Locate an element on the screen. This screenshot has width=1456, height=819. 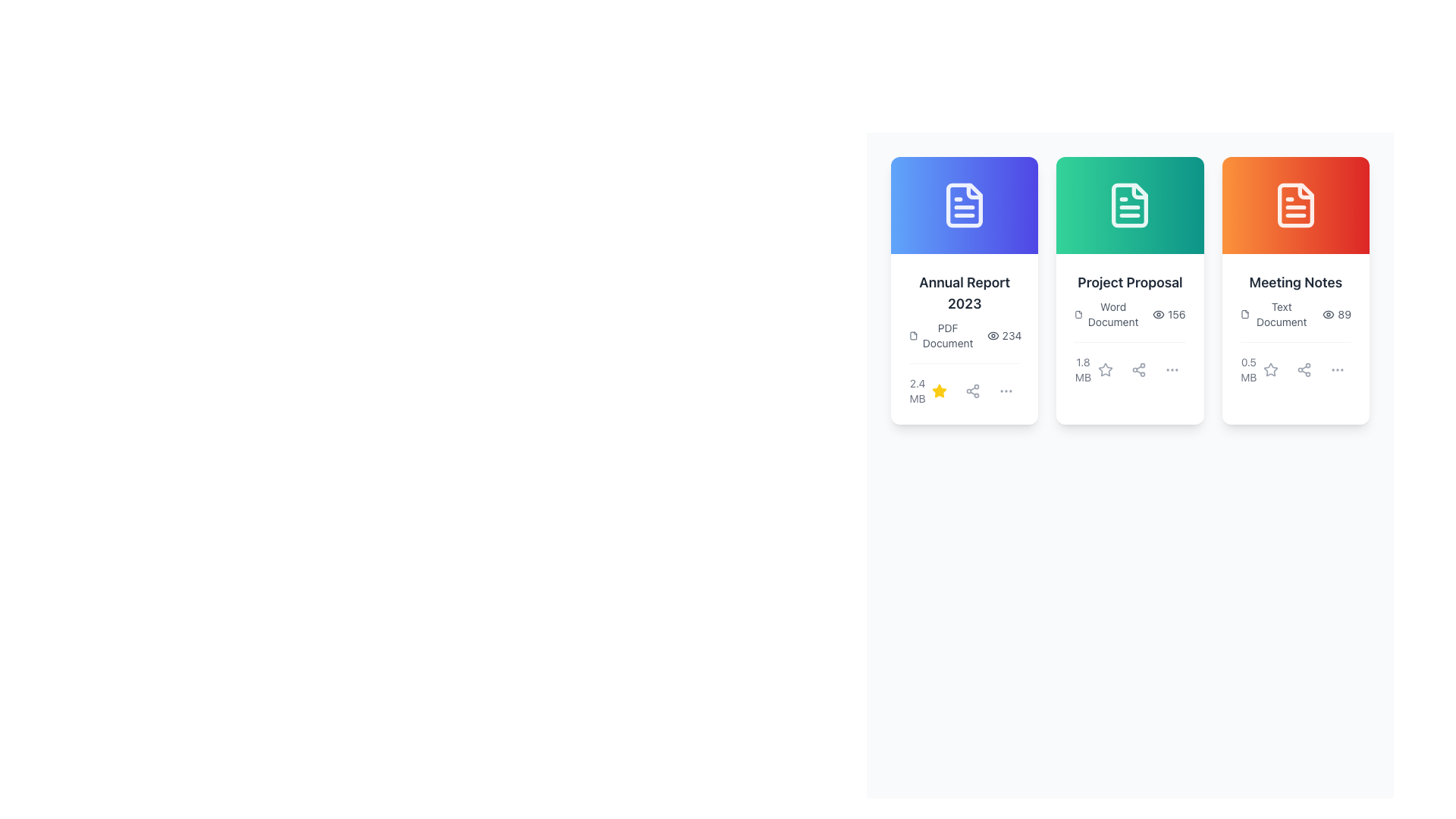
the document icon in the blue header area of the 'Annual Report 2023' card is located at coordinates (964, 205).